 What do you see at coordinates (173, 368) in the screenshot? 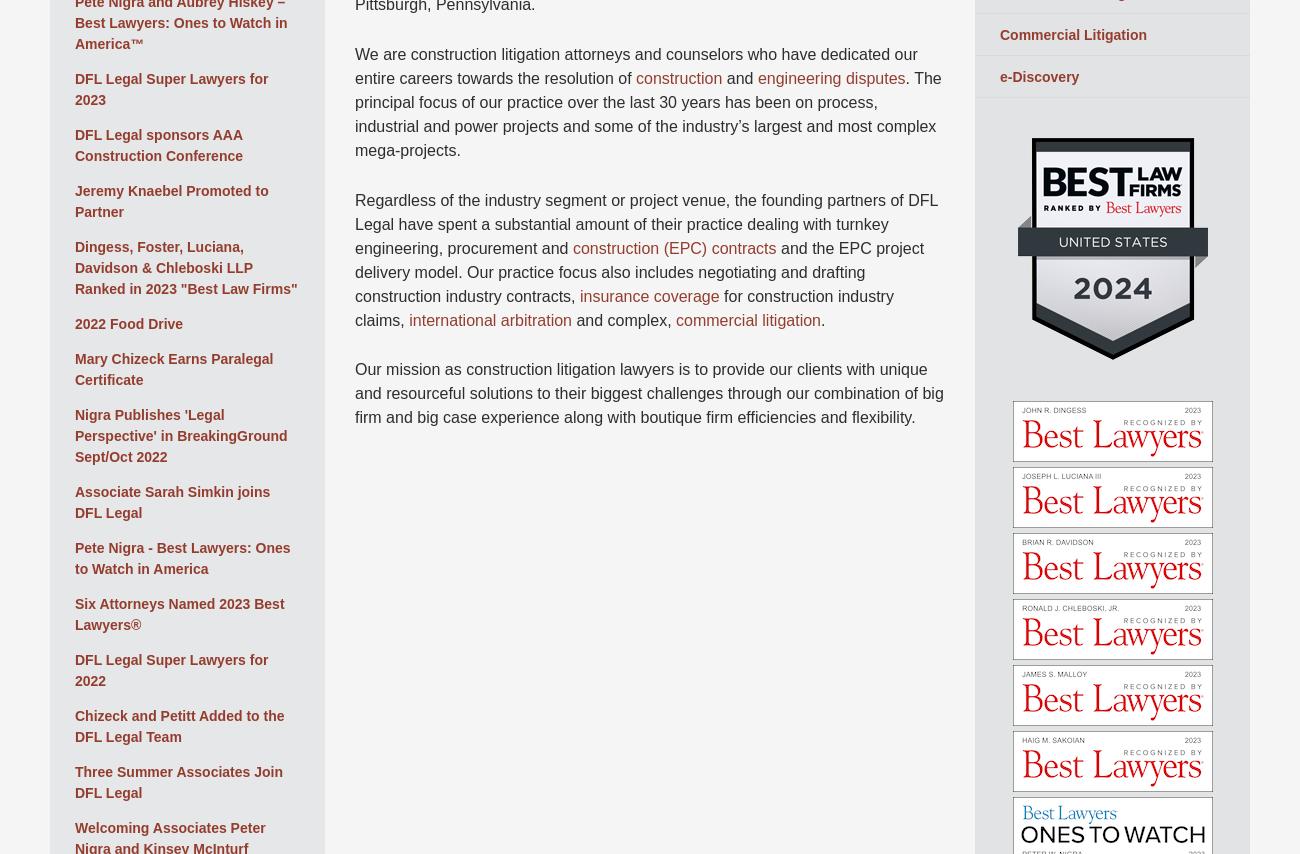
I see `'Mary Chizeck Earns Paralegal Certificate'` at bounding box center [173, 368].